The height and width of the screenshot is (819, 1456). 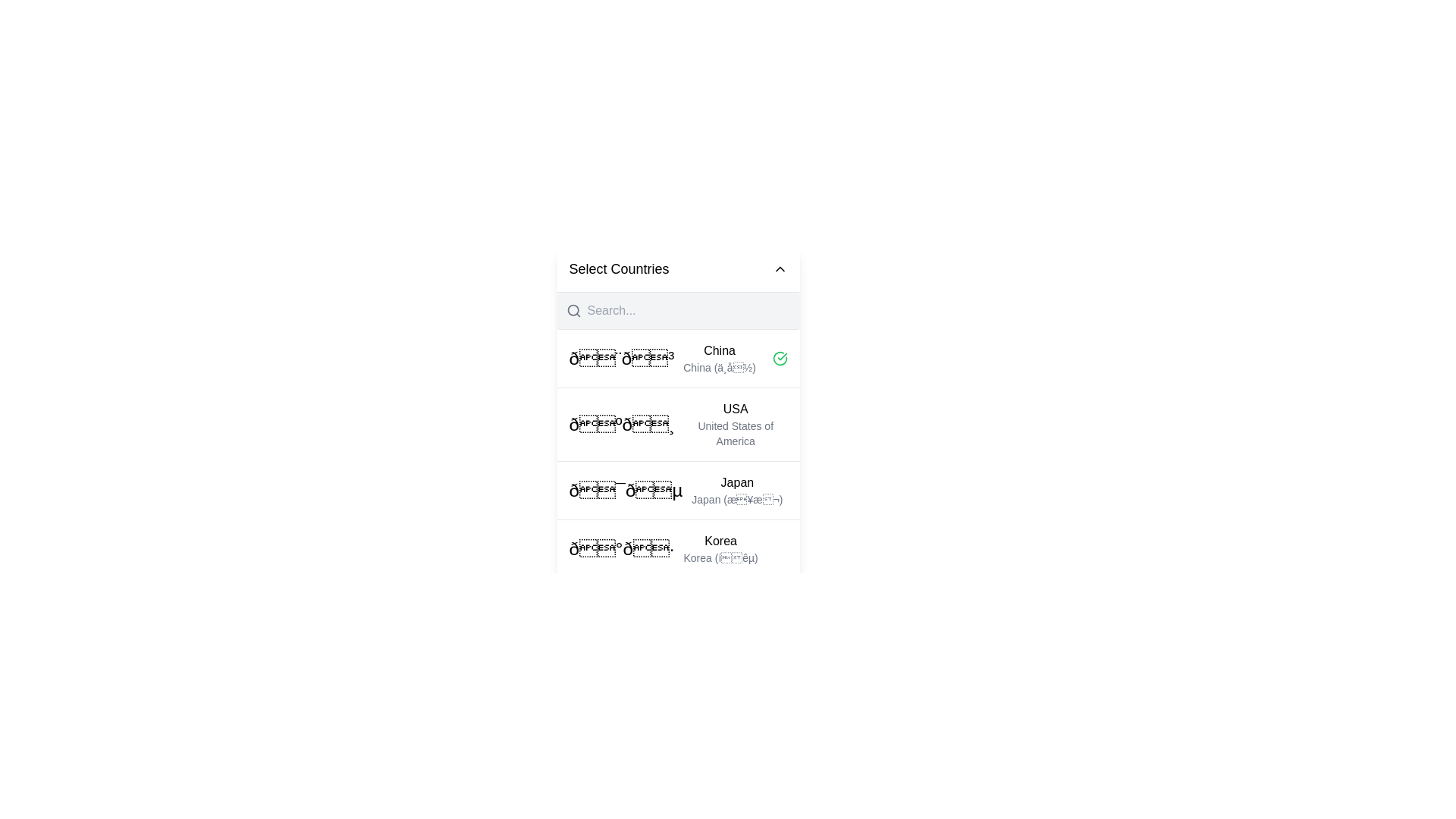 I want to click on the upward-pointing chevron icon located at the far right of the header section labeled 'Select Countries', so click(x=780, y=268).